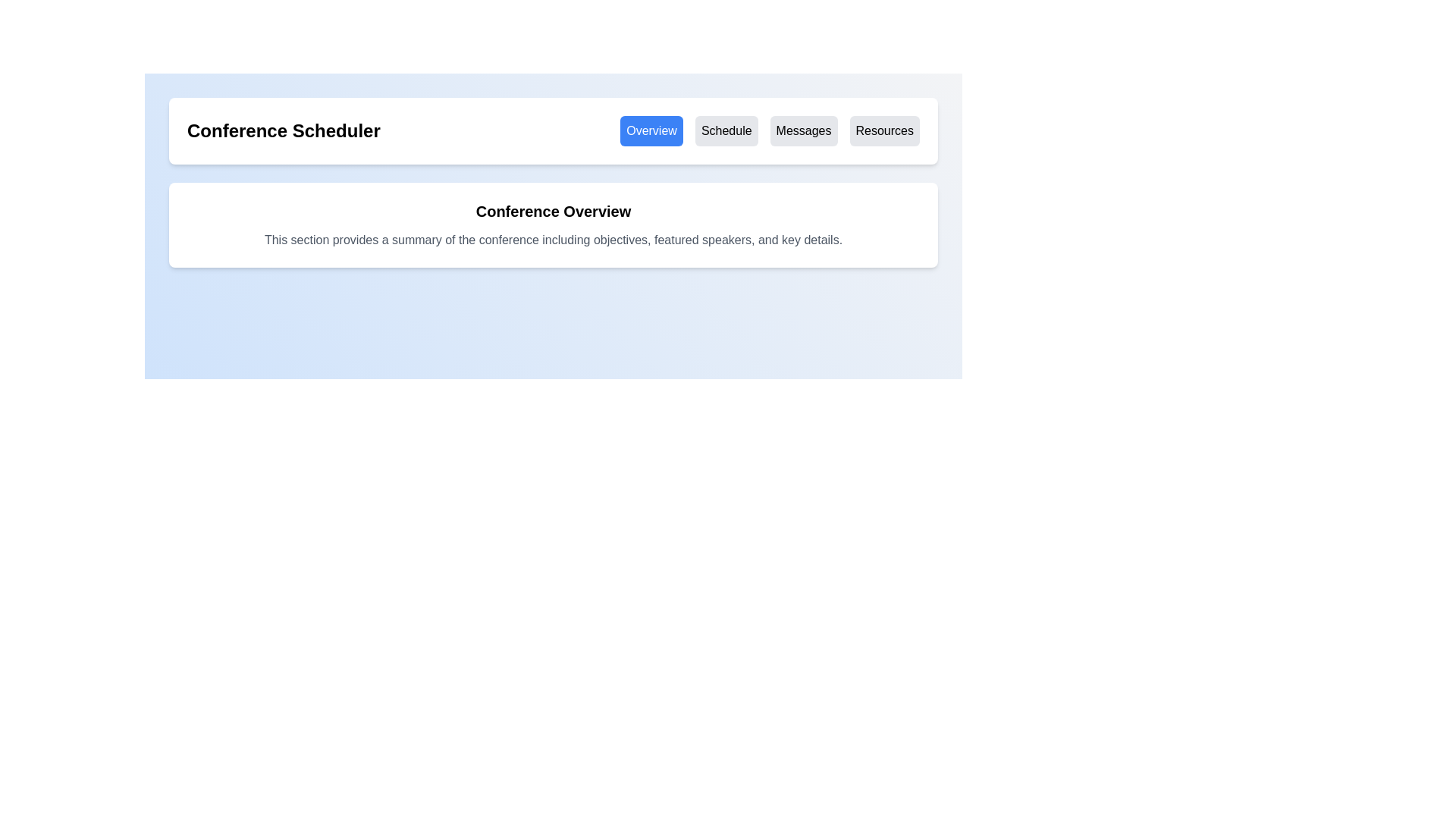 This screenshot has height=819, width=1456. Describe the element at coordinates (552, 211) in the screenshot. I see `heading text that introduces the section, positioned at the top of the content block above the descriptive paragraph` at that location.